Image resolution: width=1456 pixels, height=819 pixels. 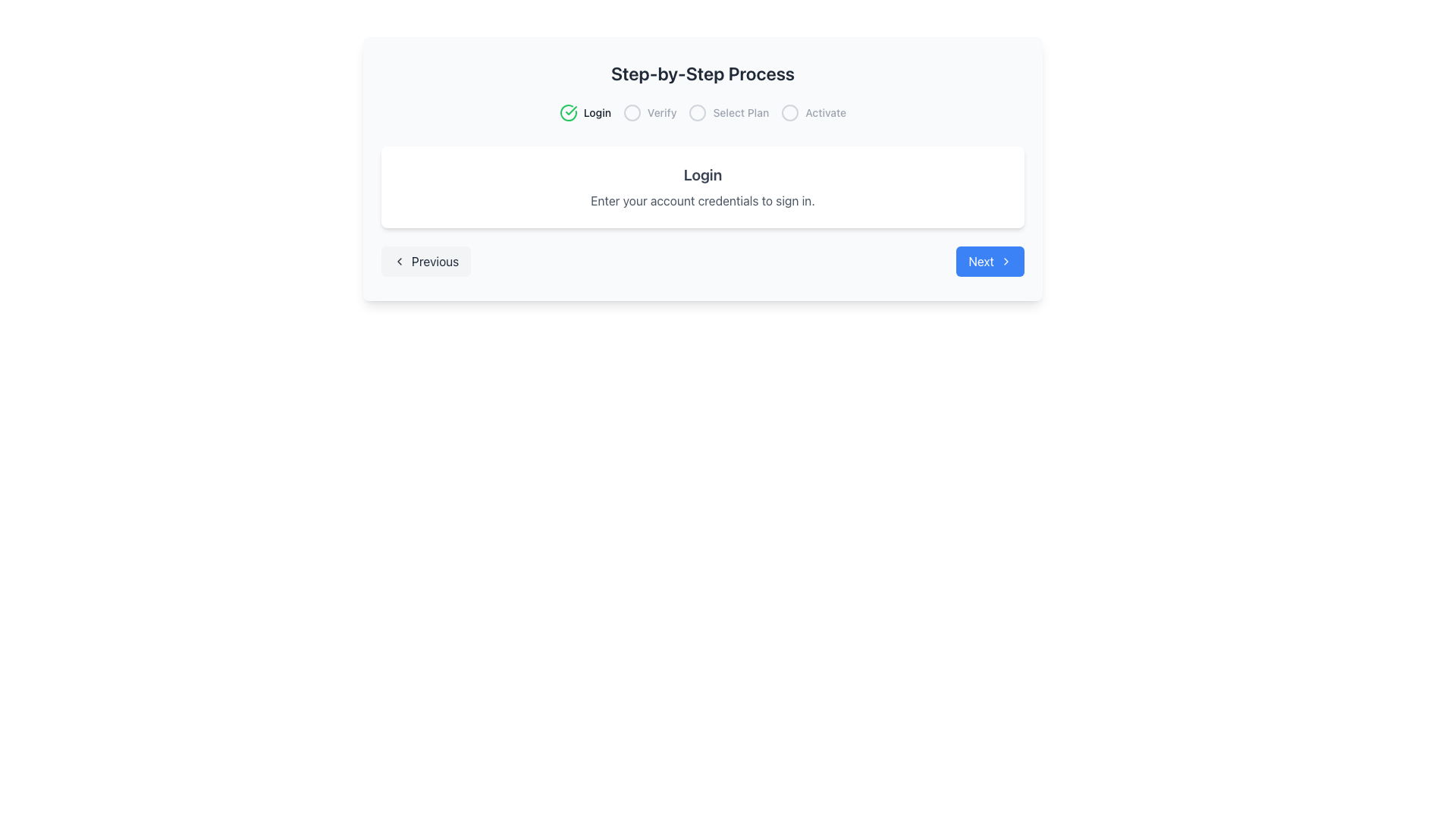 I want to click on the state of the inactive circular icon next to the 'Verify' label in the stepper navigation bar, so click(x=632, y=112).